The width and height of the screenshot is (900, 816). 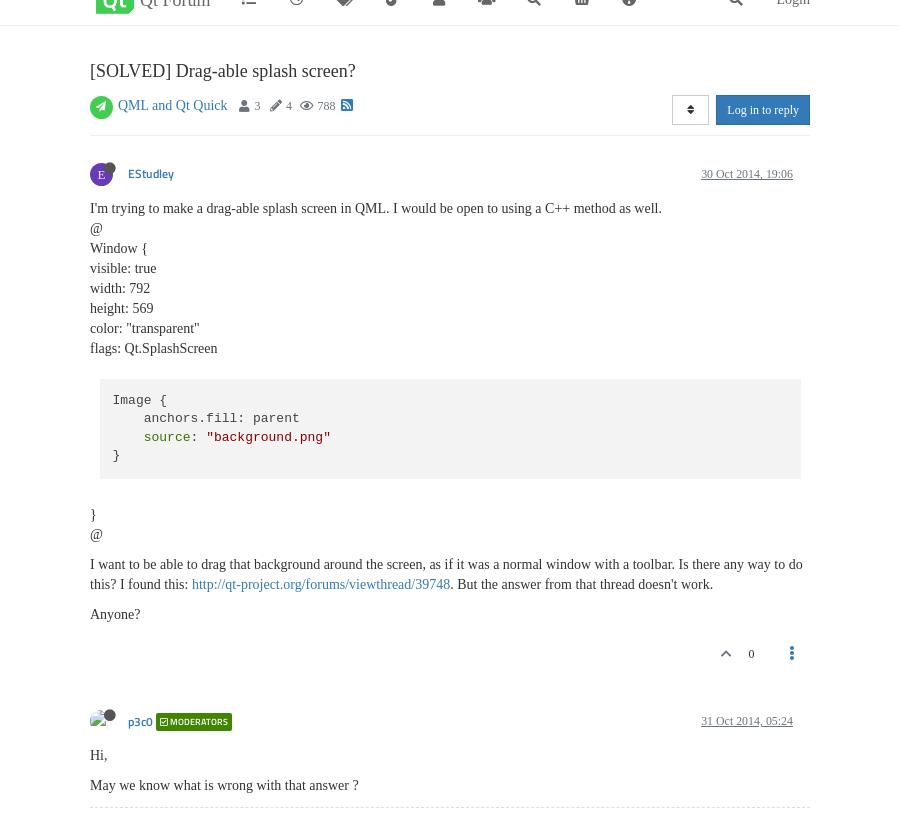 What do you see at coordinates (118, 247) in the screenshot?
I see `'Window {'` at bounding box center [118, 247].